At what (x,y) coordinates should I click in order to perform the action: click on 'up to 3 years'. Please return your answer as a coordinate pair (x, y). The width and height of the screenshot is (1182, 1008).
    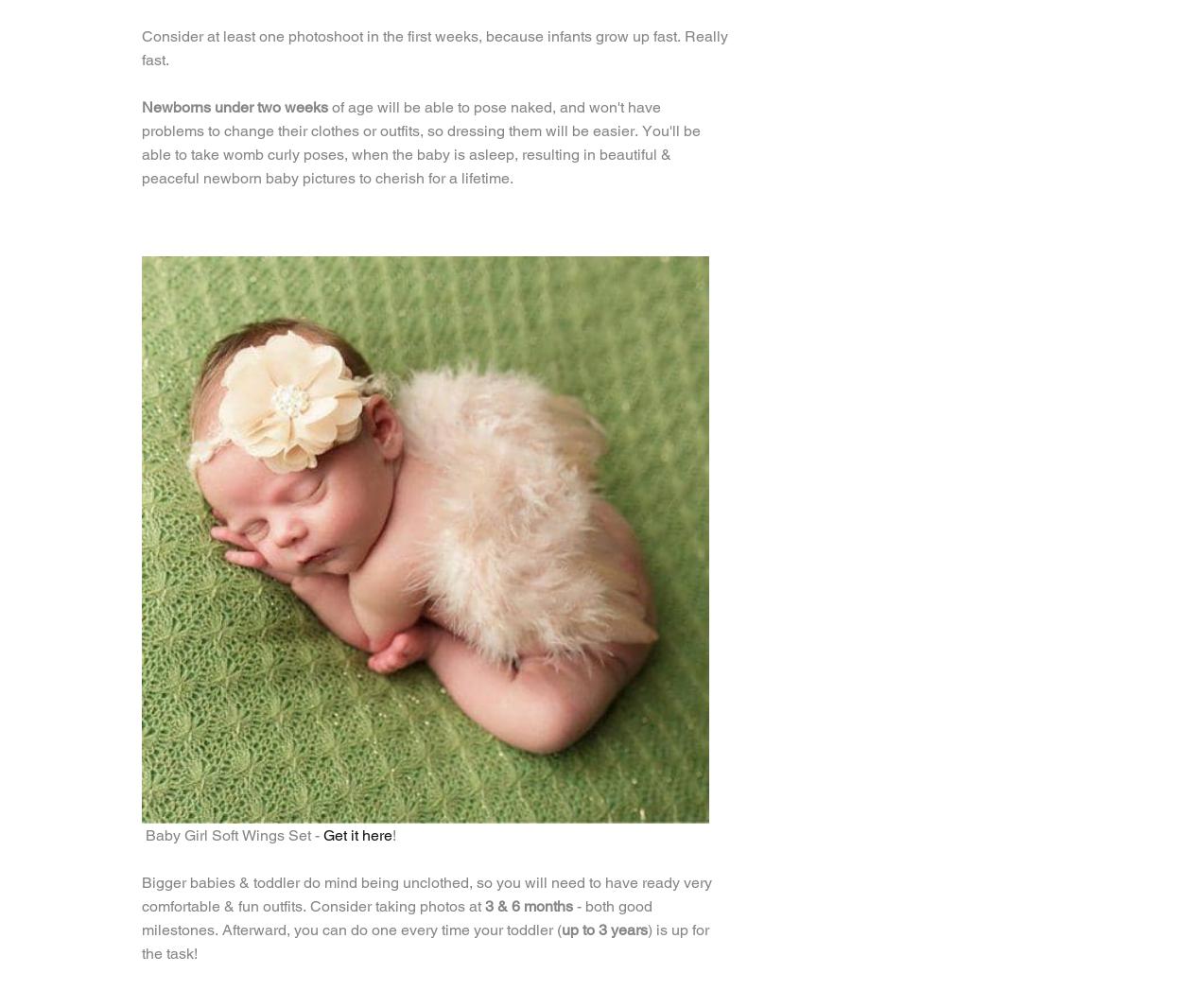
    Looking at the image, I should click on (604, 930).